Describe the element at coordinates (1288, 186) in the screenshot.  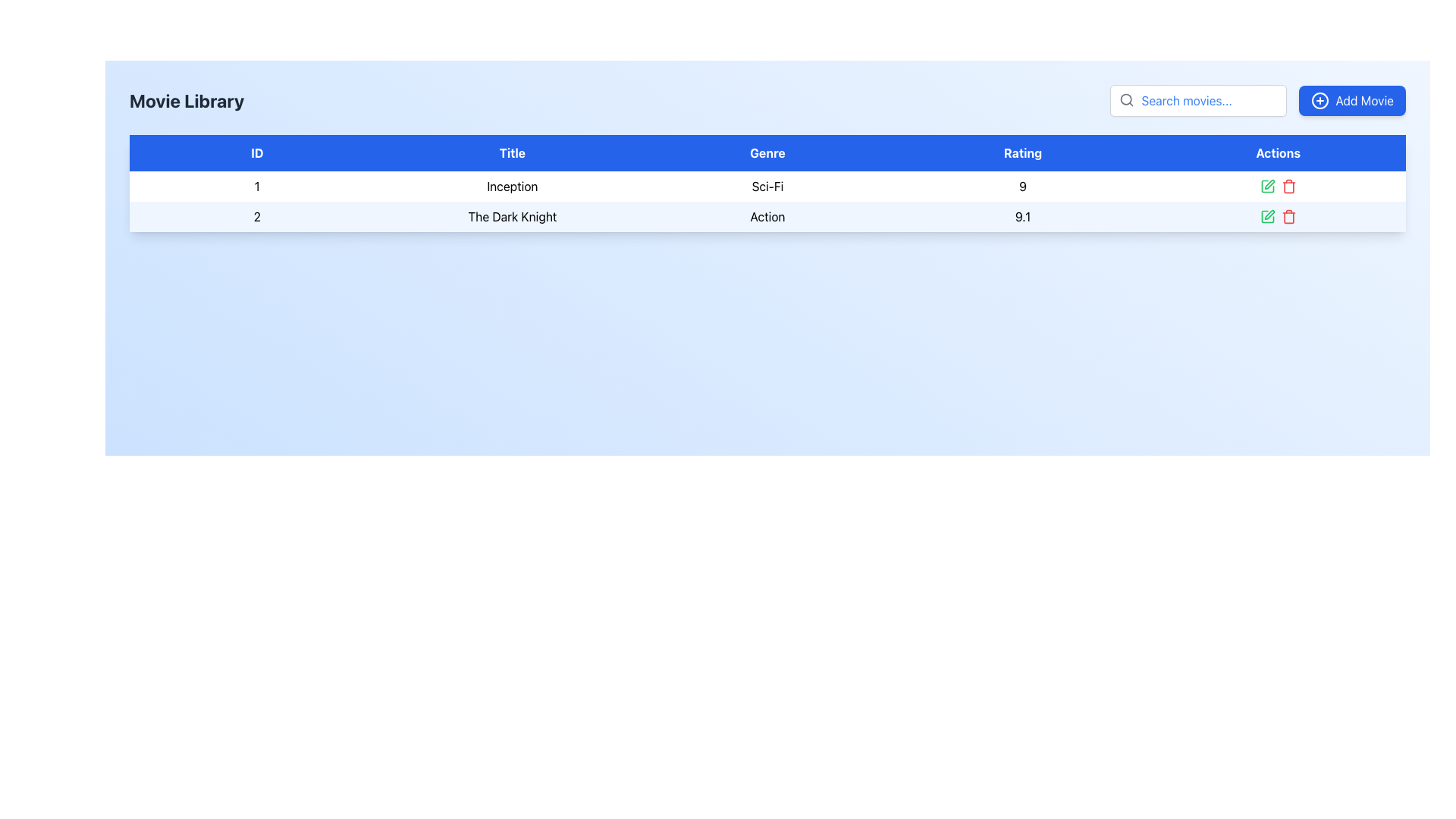
I see `the delete button in the 'Actions' column of the second row of the 'Movie Library' section, which is the second icon after the green pencil icon` at that location.